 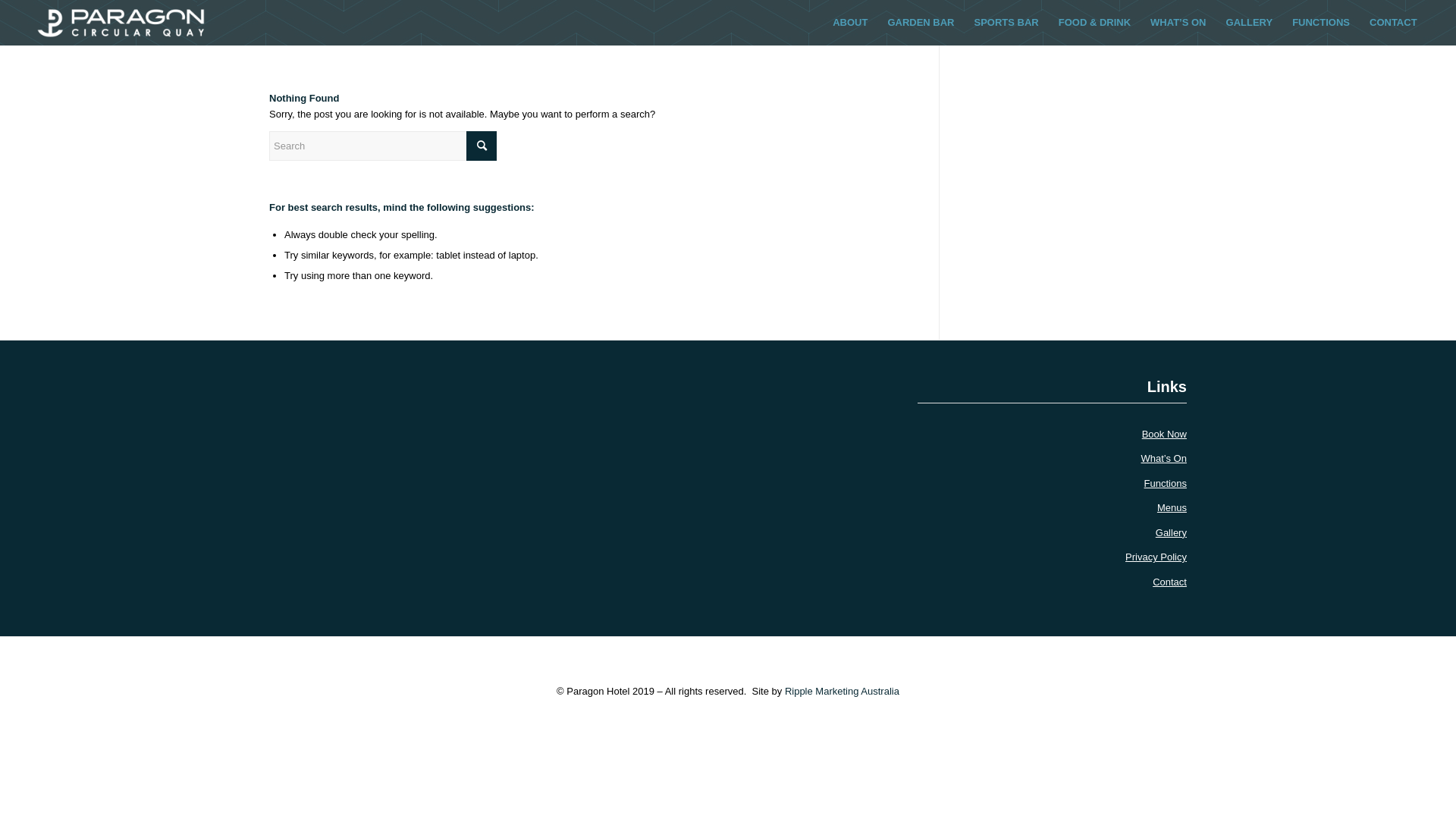 I want to click on 'Contact', so click(x=1169, y=581).